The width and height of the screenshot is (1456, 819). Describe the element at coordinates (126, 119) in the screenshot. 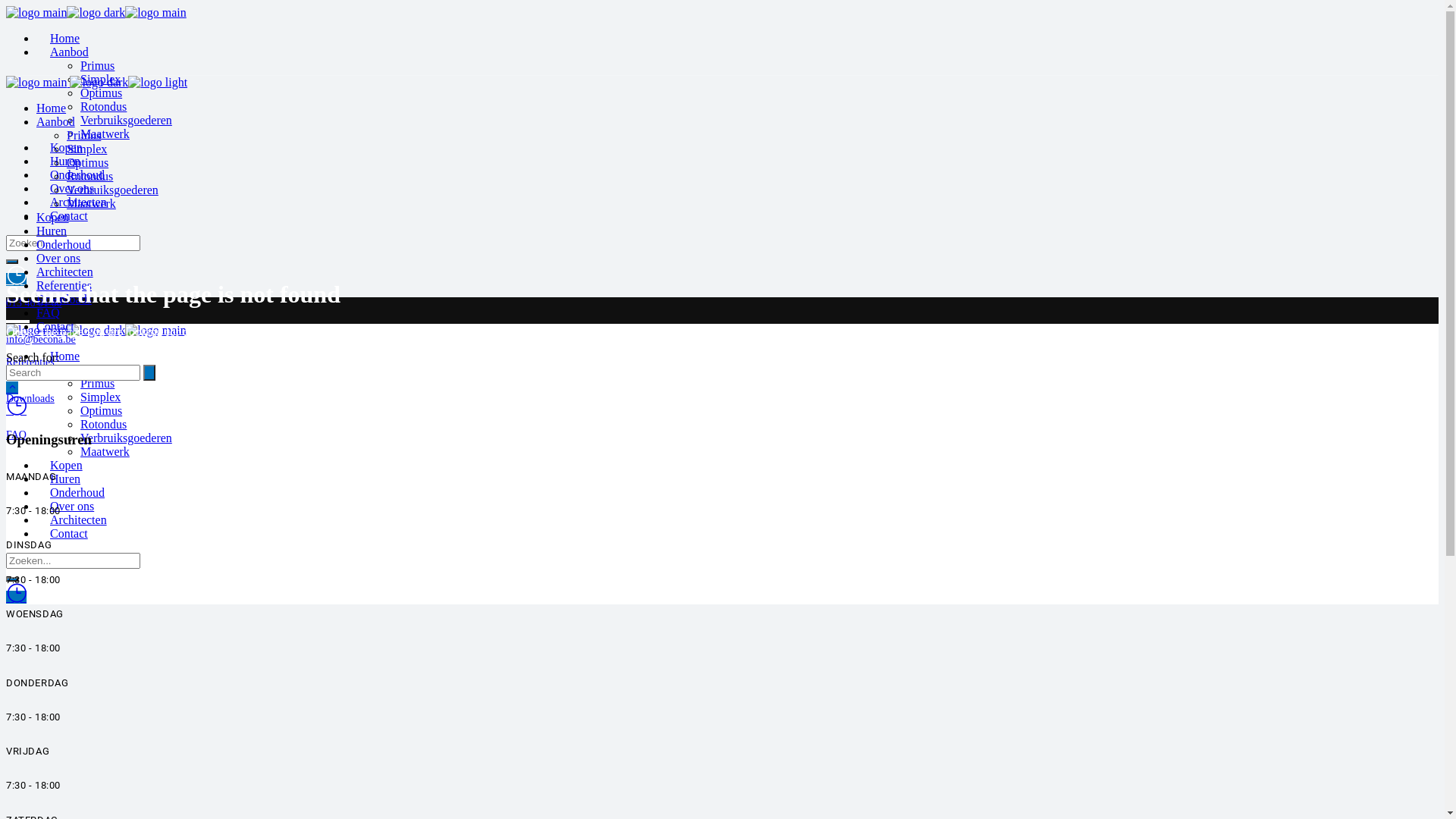

I see `'Verbruiksgoederen'` at that location.